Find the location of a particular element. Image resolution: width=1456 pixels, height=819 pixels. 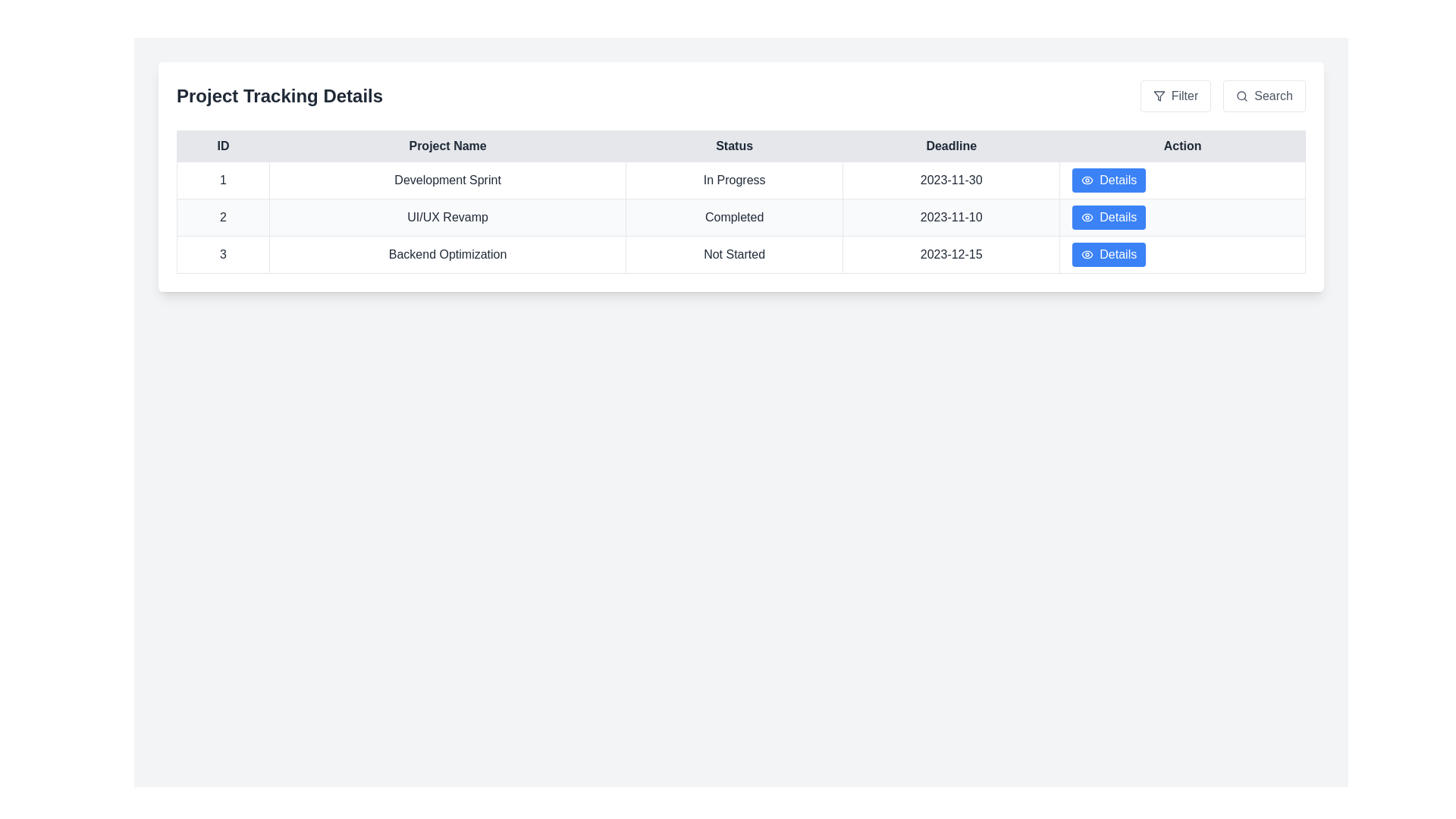

the Text label in the third row under the 'Status' column, which indicates the current completion state of the associated project is located at coordinates (734, 253).